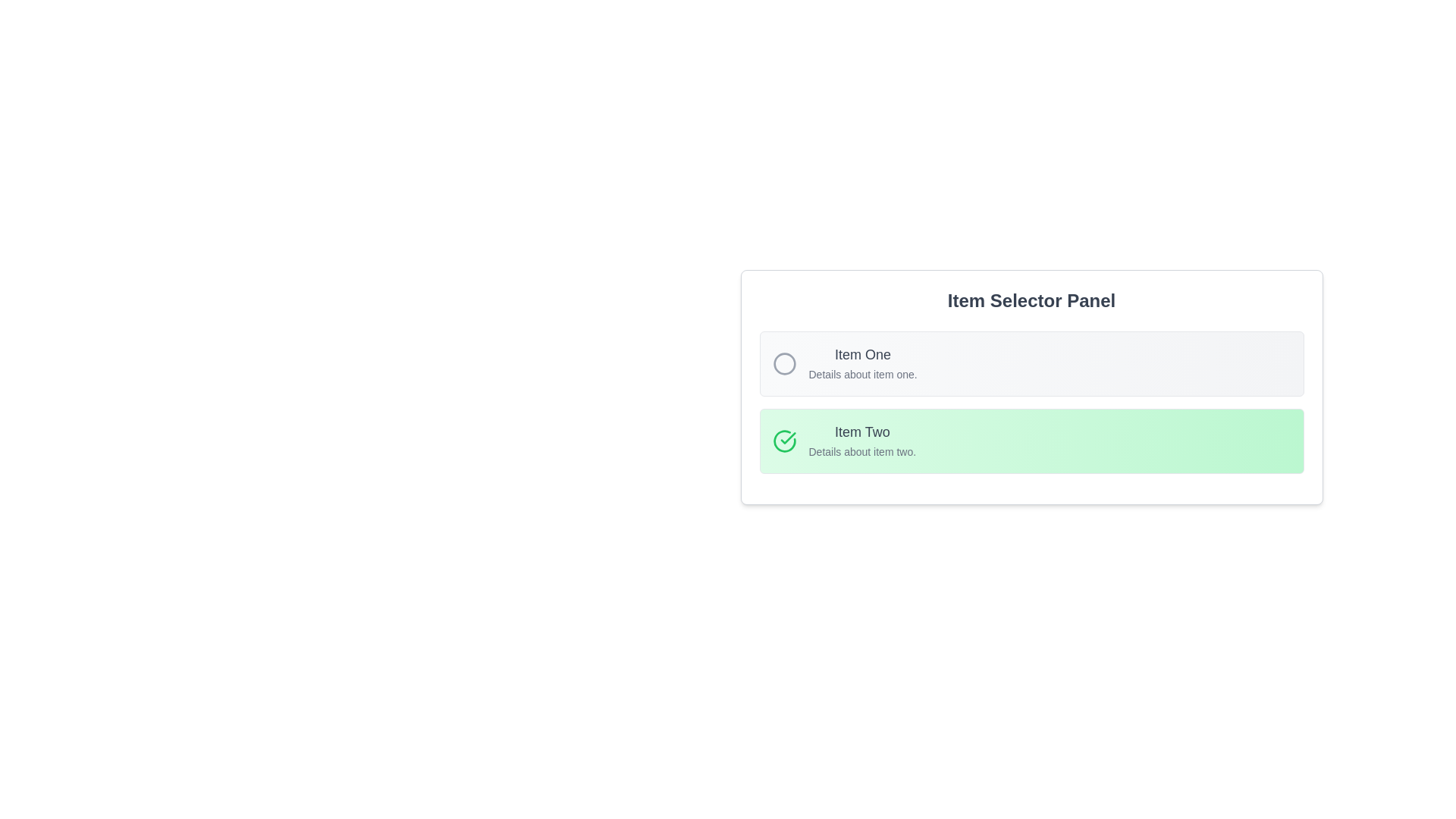 The height and width of the screenshot is (819, 1456). I want to click on the Text display block for 'Item Two' which is part of the 'Item Selector Panel' and is visually distinct with a light green background and rounded borders, so click(862, 441).